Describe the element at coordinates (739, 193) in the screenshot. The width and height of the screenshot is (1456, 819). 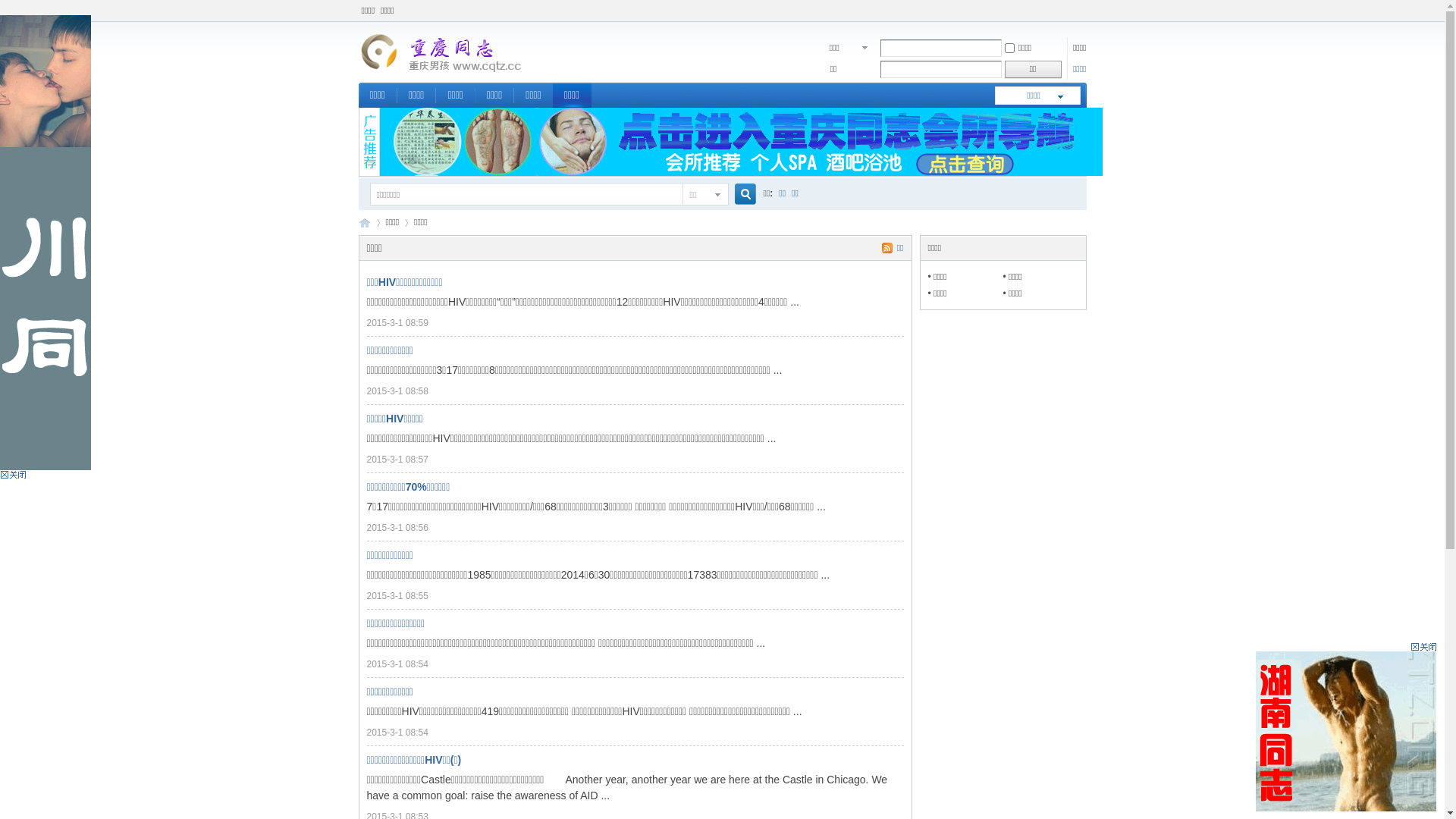
I see `'true'` at that location.